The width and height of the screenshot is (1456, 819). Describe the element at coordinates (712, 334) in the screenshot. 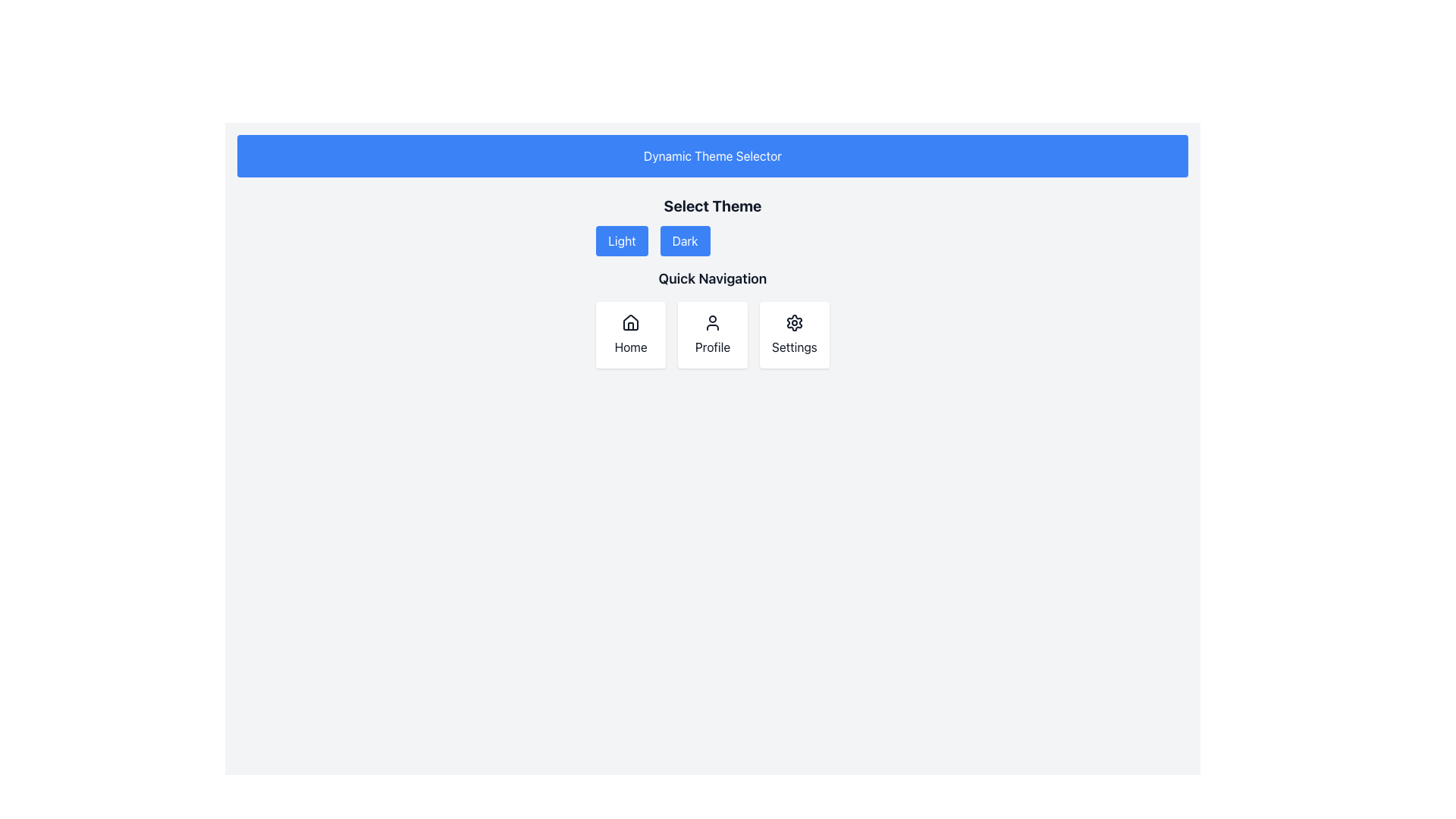

I see `the 'Profile' button, which is a rectangular card with a white background, a user figure icon, and the text 'Profile' below it, positioned centrally between the 'Home' and 'Settings' cards in the grid layout` at that location.